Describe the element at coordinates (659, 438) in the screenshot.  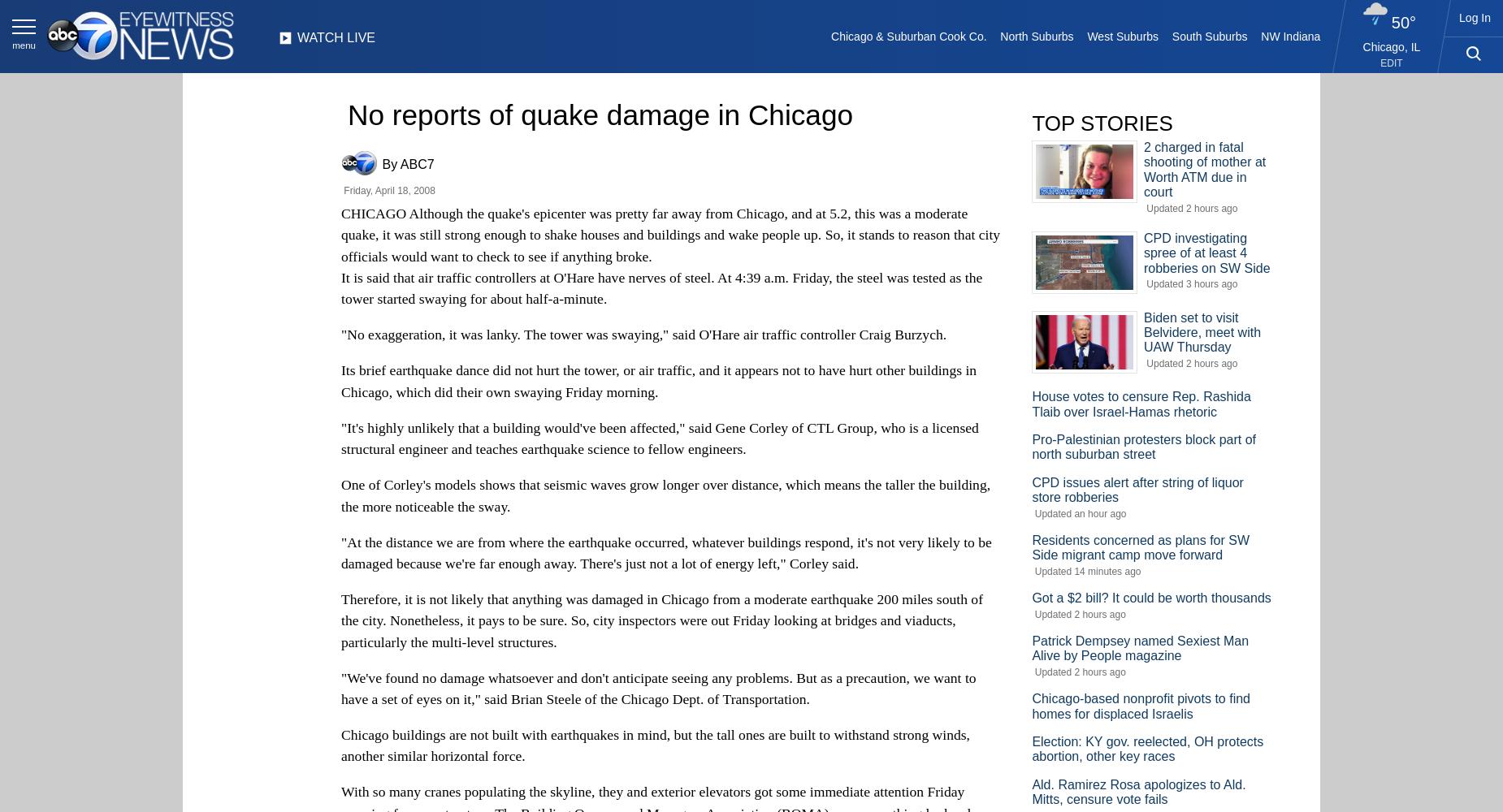
I see `'"It's highly unlikely that a building would've been affected," said Gene Corley of CTL Group, who is a licensed structural engineer and teaches earthquake science to fellow engineers.'` at that location.